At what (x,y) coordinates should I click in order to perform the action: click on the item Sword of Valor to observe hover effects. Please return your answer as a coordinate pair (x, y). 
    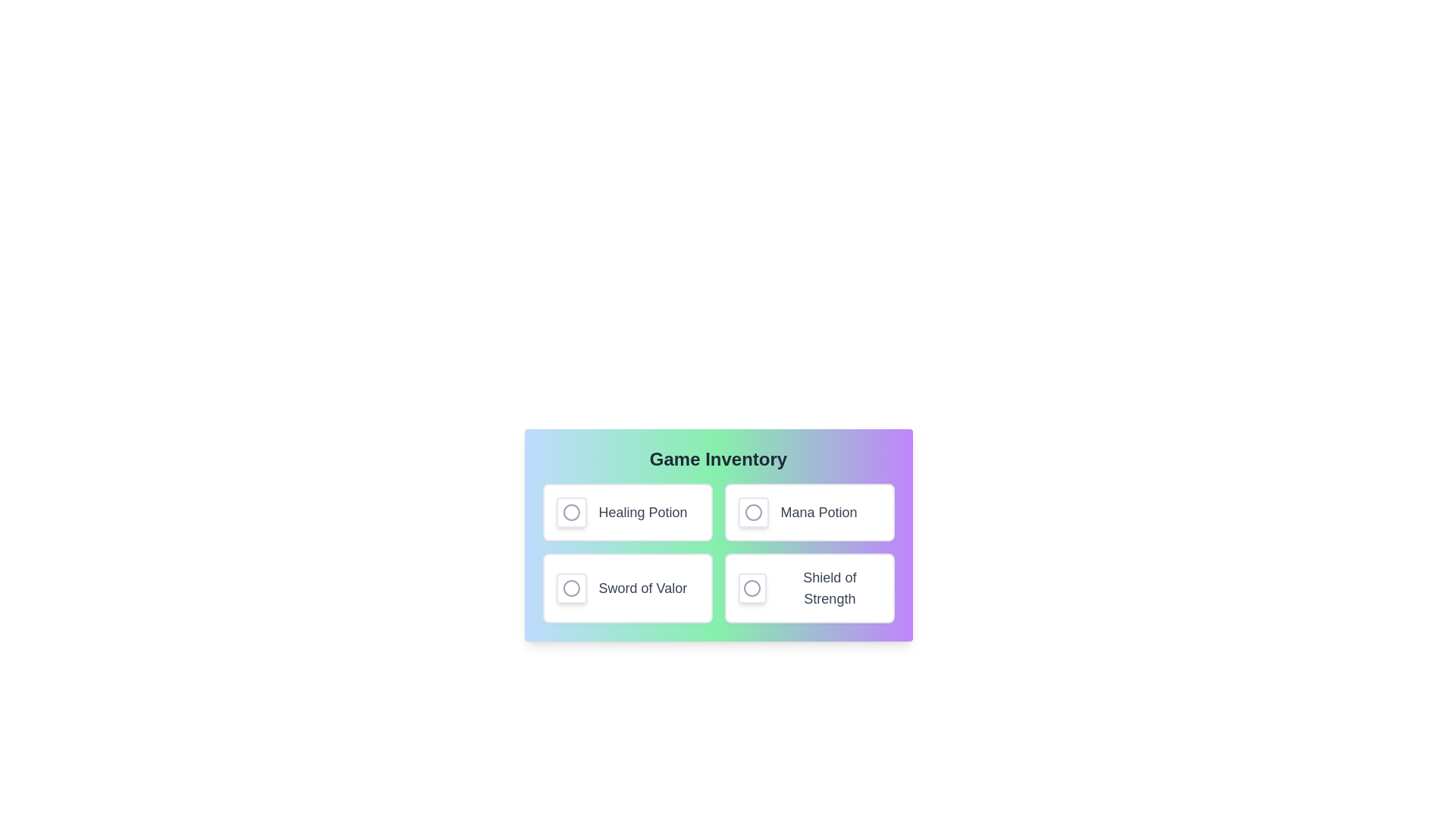
    Looking at the image, I should click on (627, 587).